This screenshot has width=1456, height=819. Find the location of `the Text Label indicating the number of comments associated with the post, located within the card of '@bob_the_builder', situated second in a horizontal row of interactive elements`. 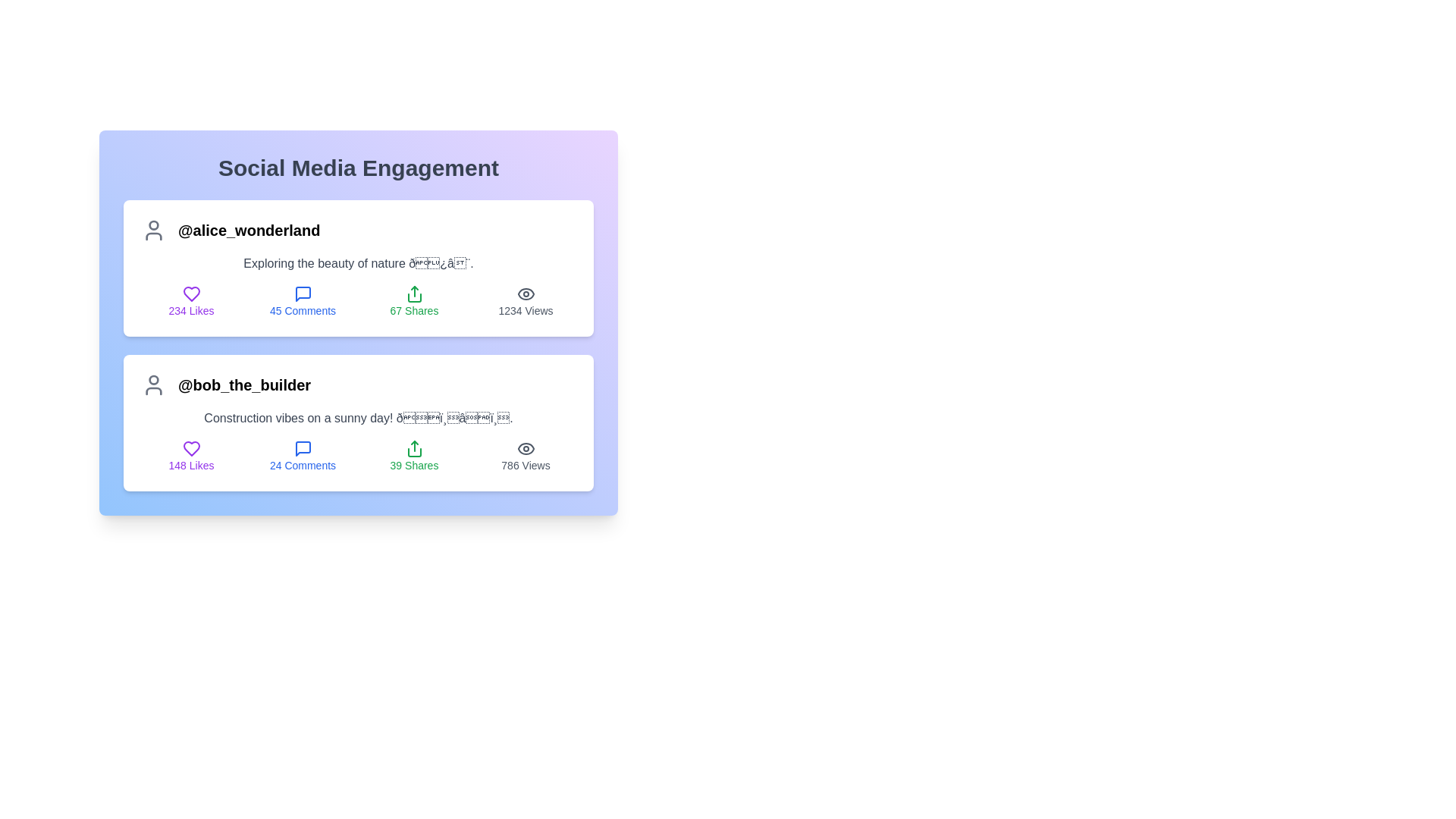

the Text Label indicating the number of comments associated with the post, located within the card of '@bob_the_builder', situated second in a horizontal row of interactive elements is located at coordinates (303, 464).